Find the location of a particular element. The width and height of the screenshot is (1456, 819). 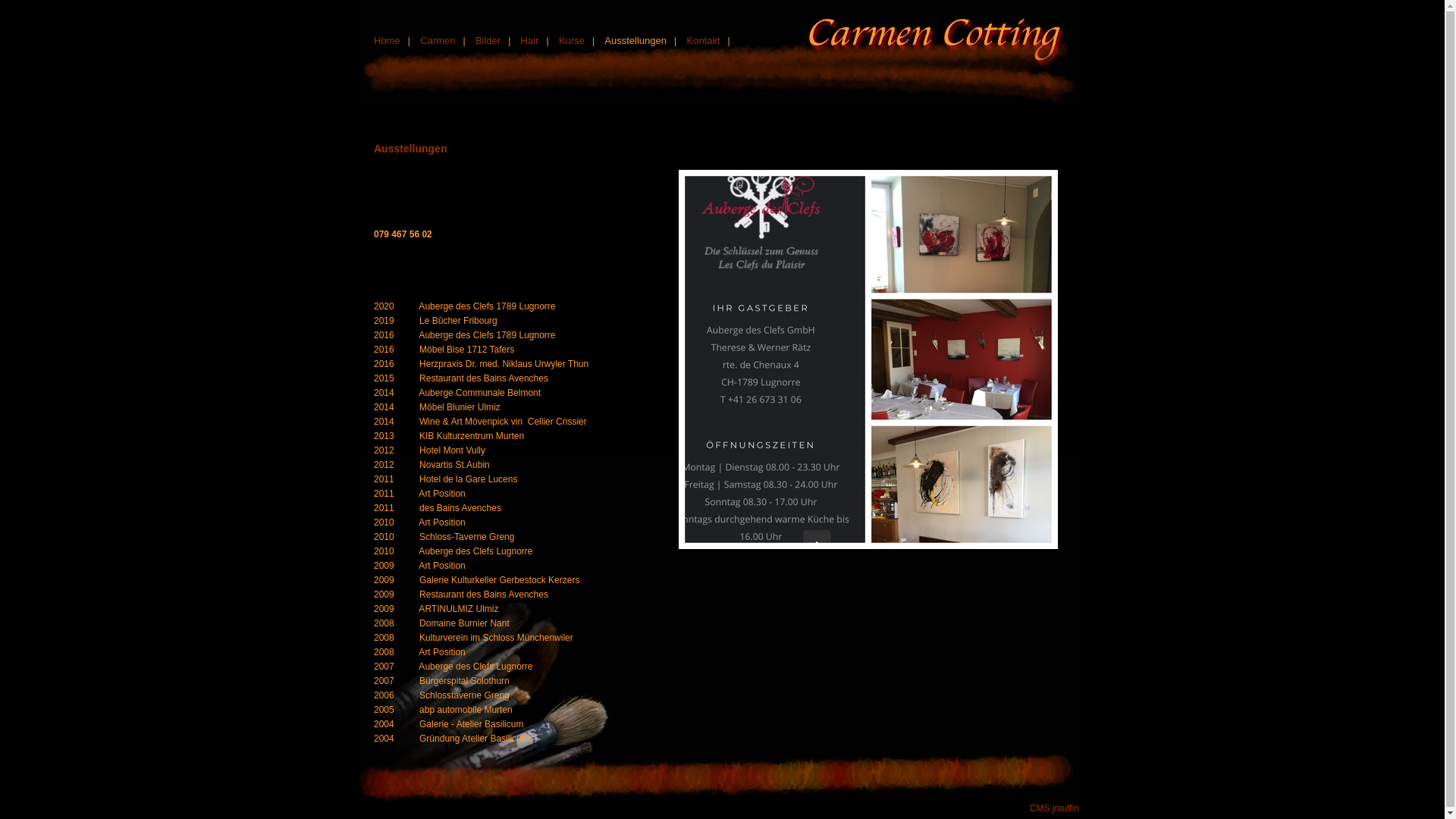

'Home' is located at coordinates (387, 39).